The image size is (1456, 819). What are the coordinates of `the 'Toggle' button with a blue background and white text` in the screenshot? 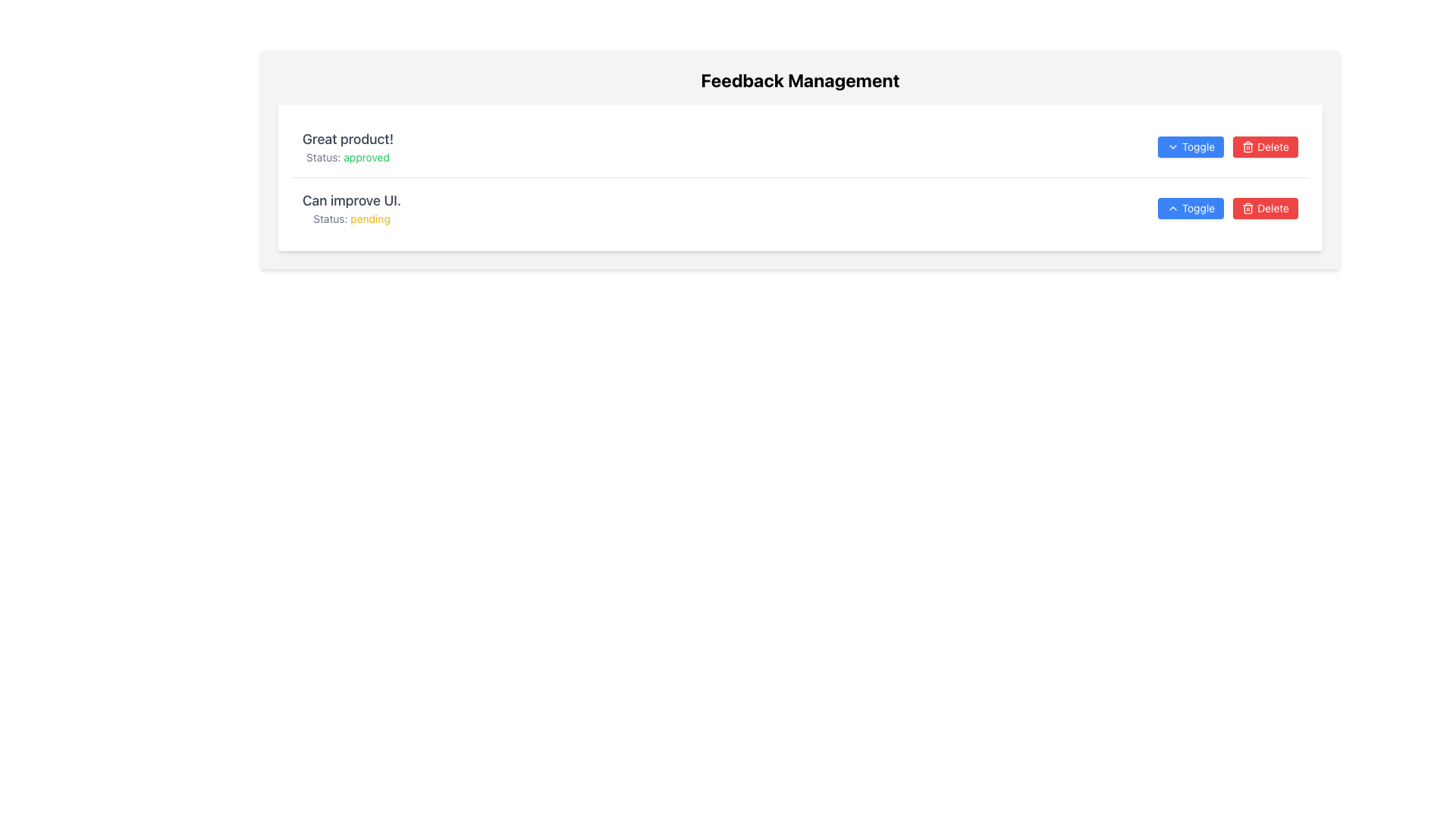 It's located at (1190, 146).